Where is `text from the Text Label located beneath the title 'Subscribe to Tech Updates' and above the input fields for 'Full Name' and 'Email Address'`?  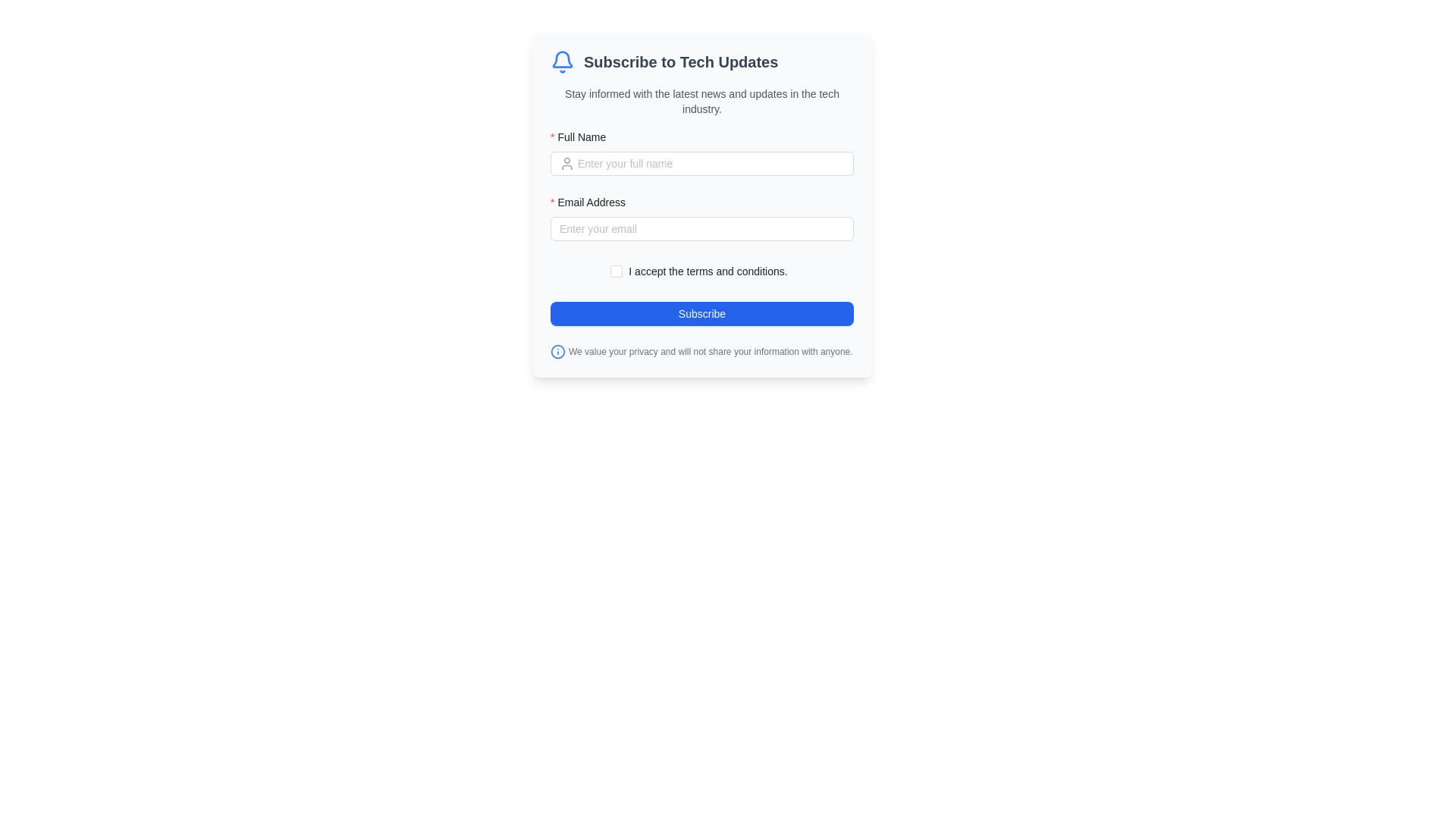 text from the Text Label located beneath the title 'Subscribe to Tech Updates' and above the input fields for 'Full Name' and 'Email Address' is located at coordinates (701, 102).